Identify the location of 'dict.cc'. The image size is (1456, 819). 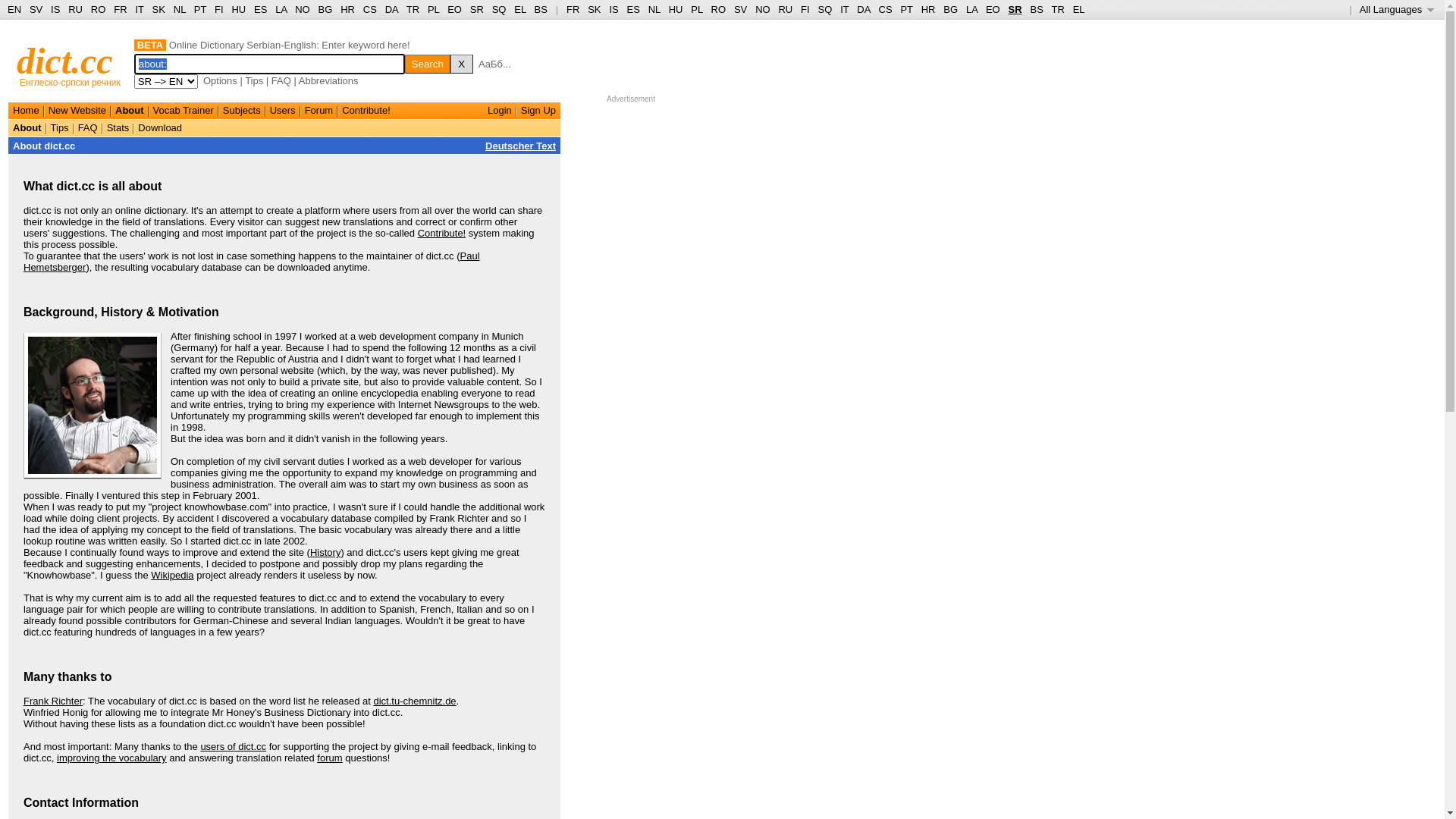
(64, 60).